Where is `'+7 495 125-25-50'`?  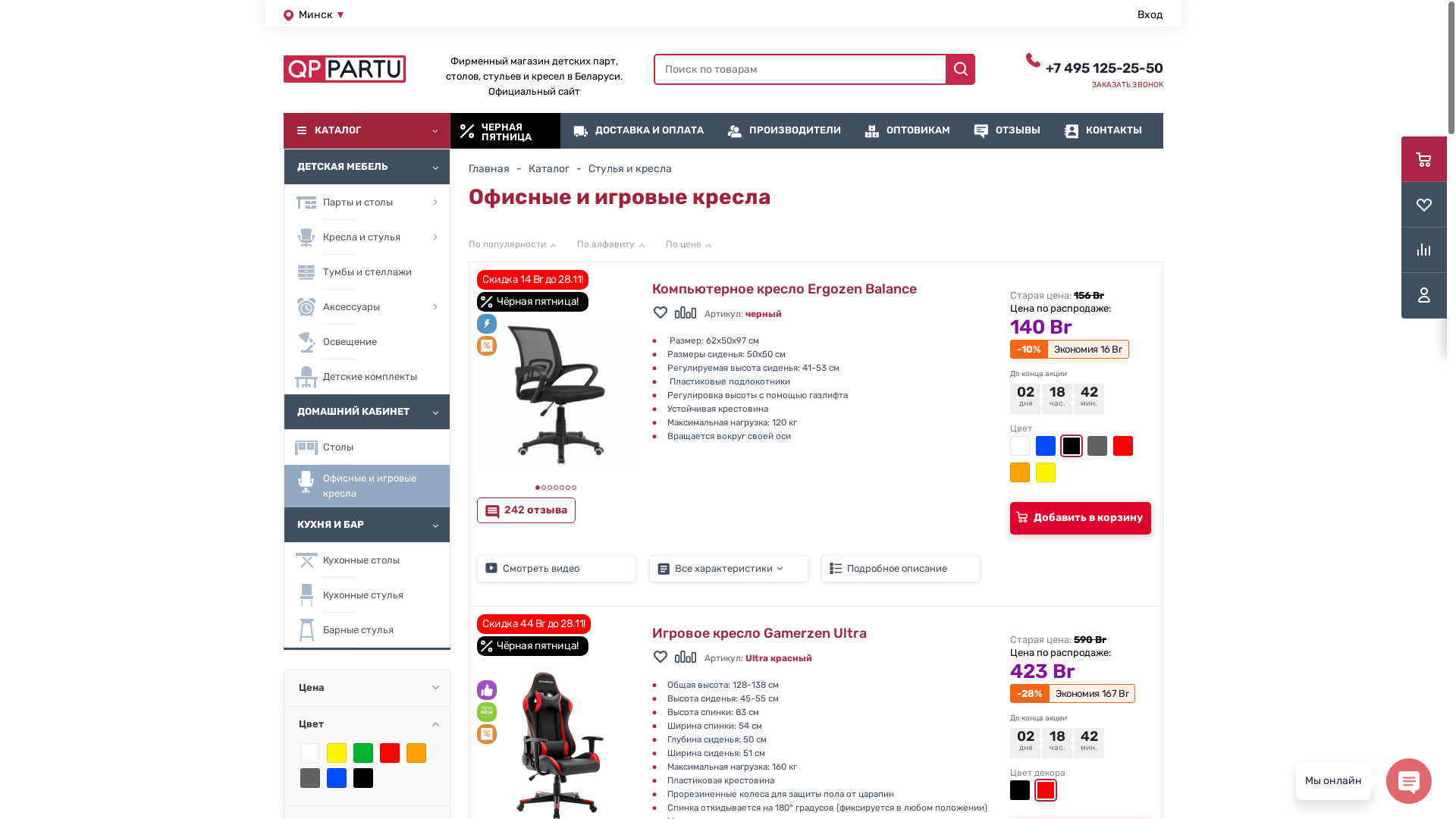
'+7 495 125-25-50' is located at coordinates (1104, 66).